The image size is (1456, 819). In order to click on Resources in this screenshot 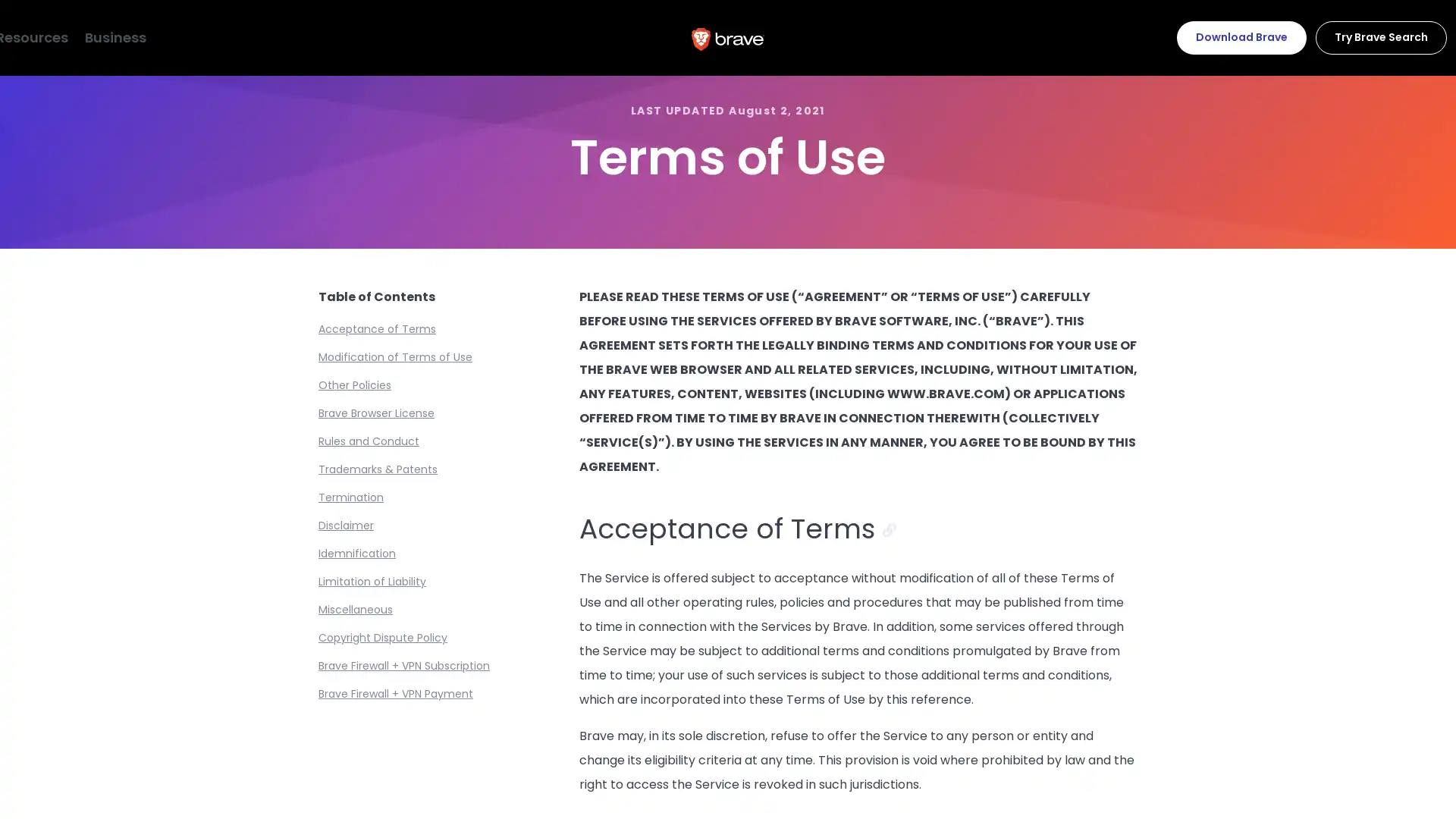, I will do `click(276, 36)`.